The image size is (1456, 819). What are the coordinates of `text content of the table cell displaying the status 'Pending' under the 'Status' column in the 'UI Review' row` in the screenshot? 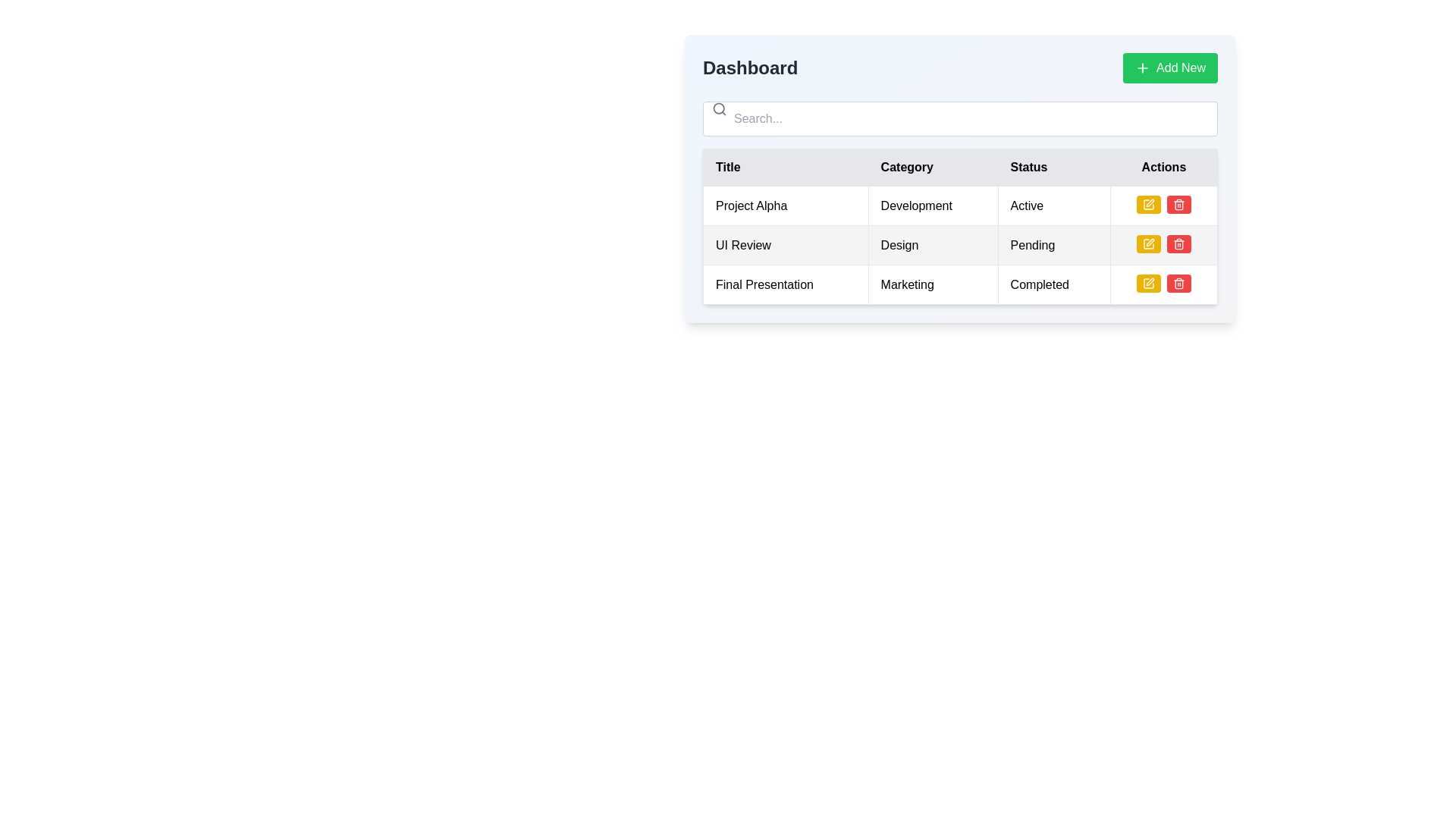 It's located at (1053, 244).